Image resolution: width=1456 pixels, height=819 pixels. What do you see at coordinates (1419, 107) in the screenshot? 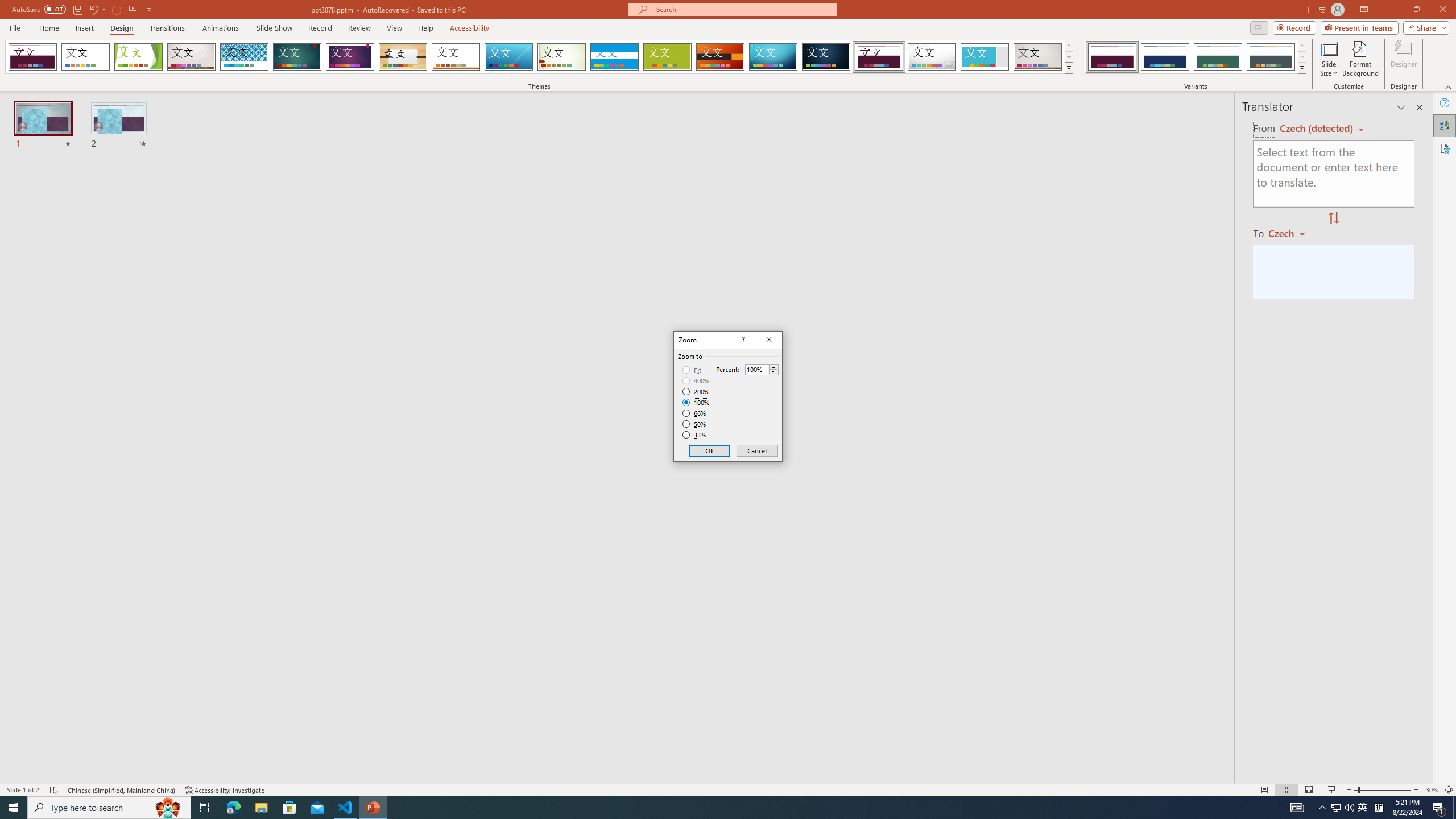
I see `'Close pane'` at bounding box center [1419, 107].